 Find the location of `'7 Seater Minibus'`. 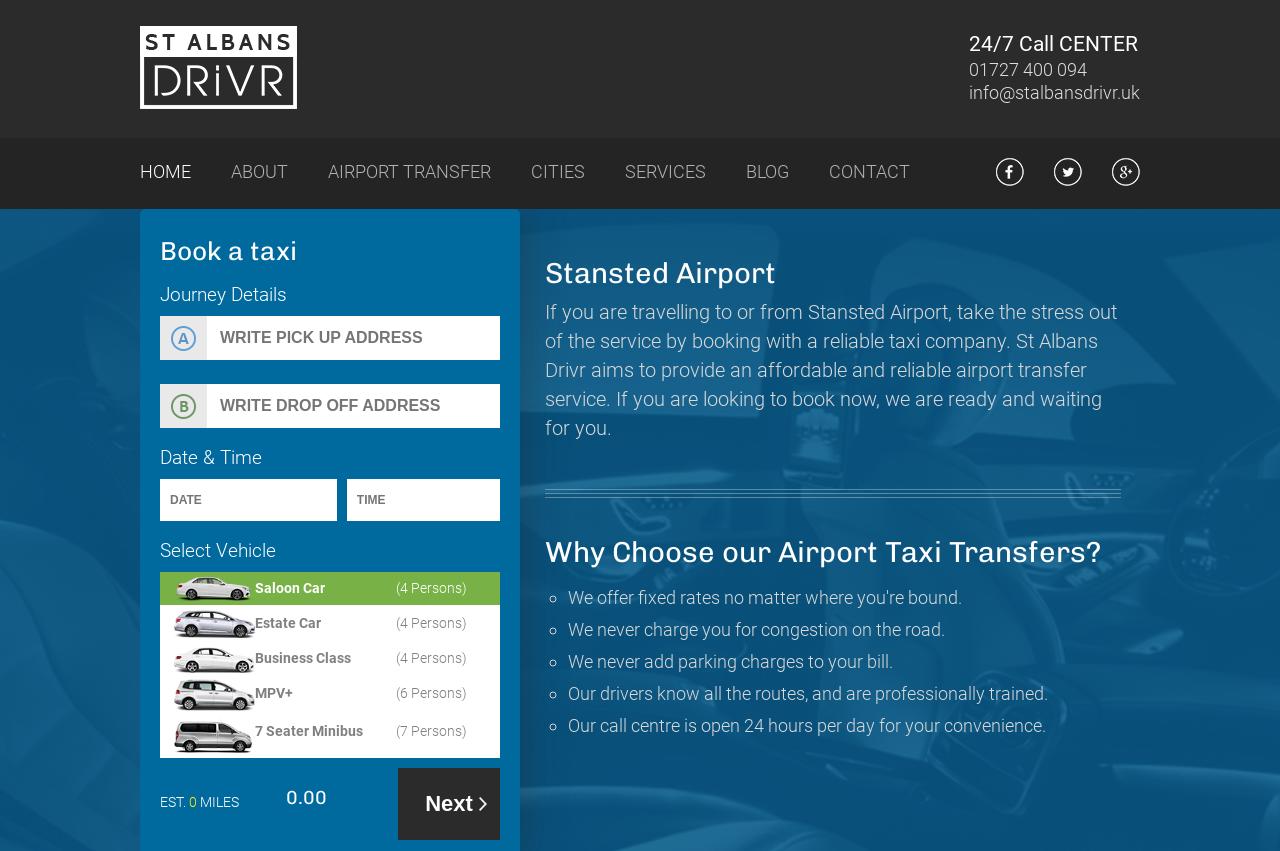

'7 Seater Minibus' is located at coordinates (307, 730).